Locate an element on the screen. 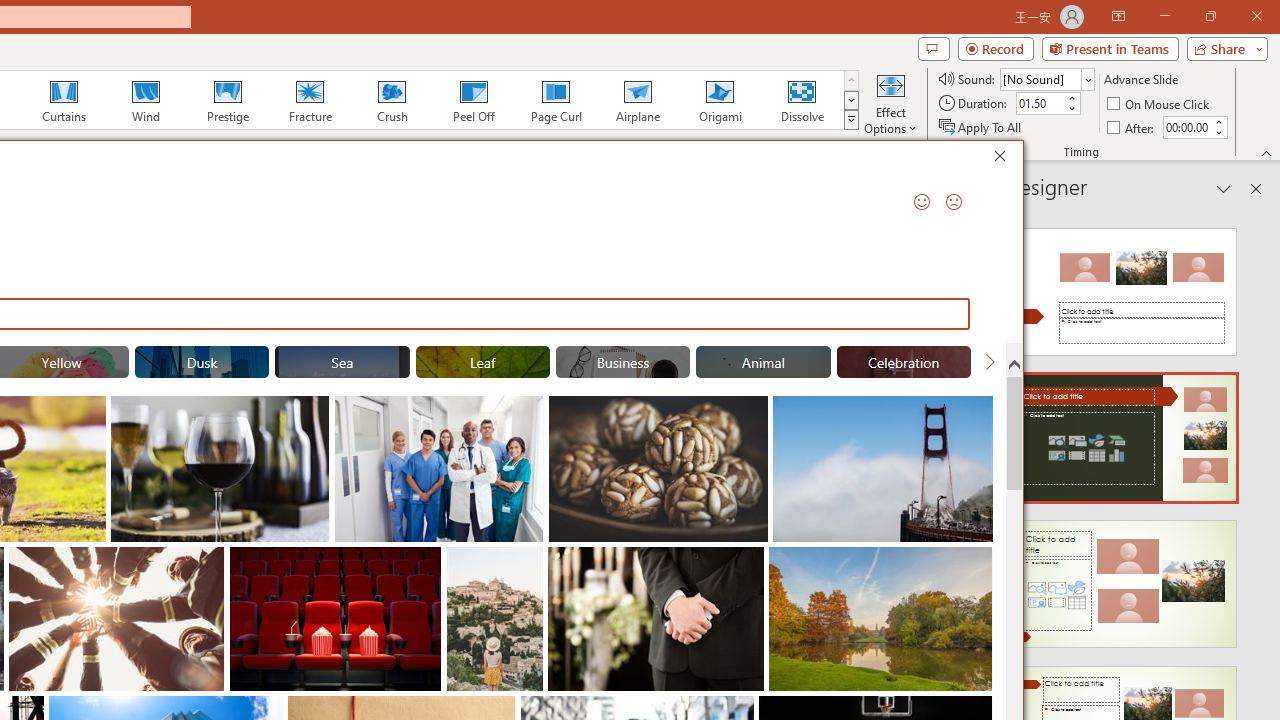  '"Business" Stock Images.' is located at coordinates (621, 362).